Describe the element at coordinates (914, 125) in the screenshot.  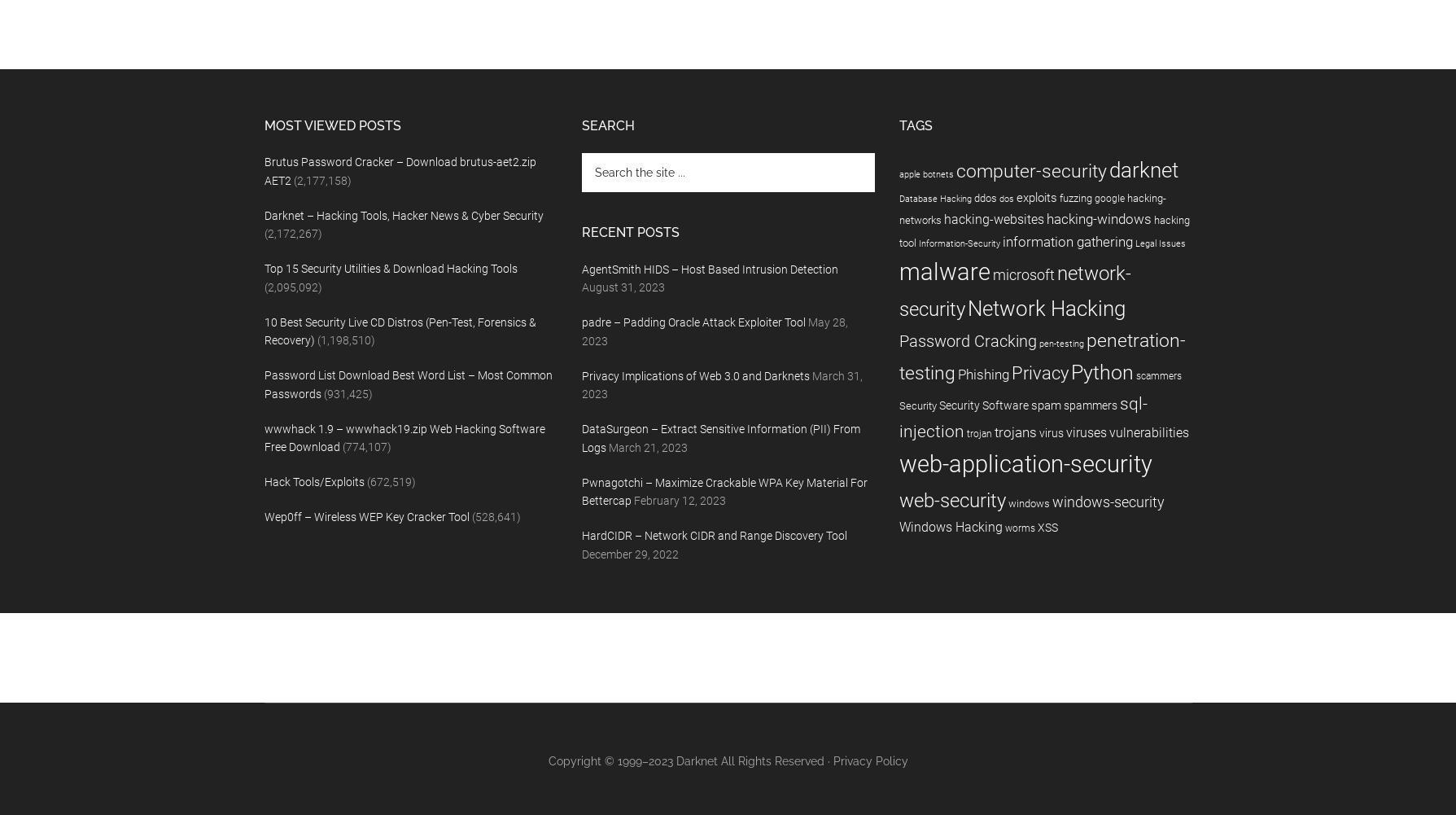
I see `'Tags'` at that location.